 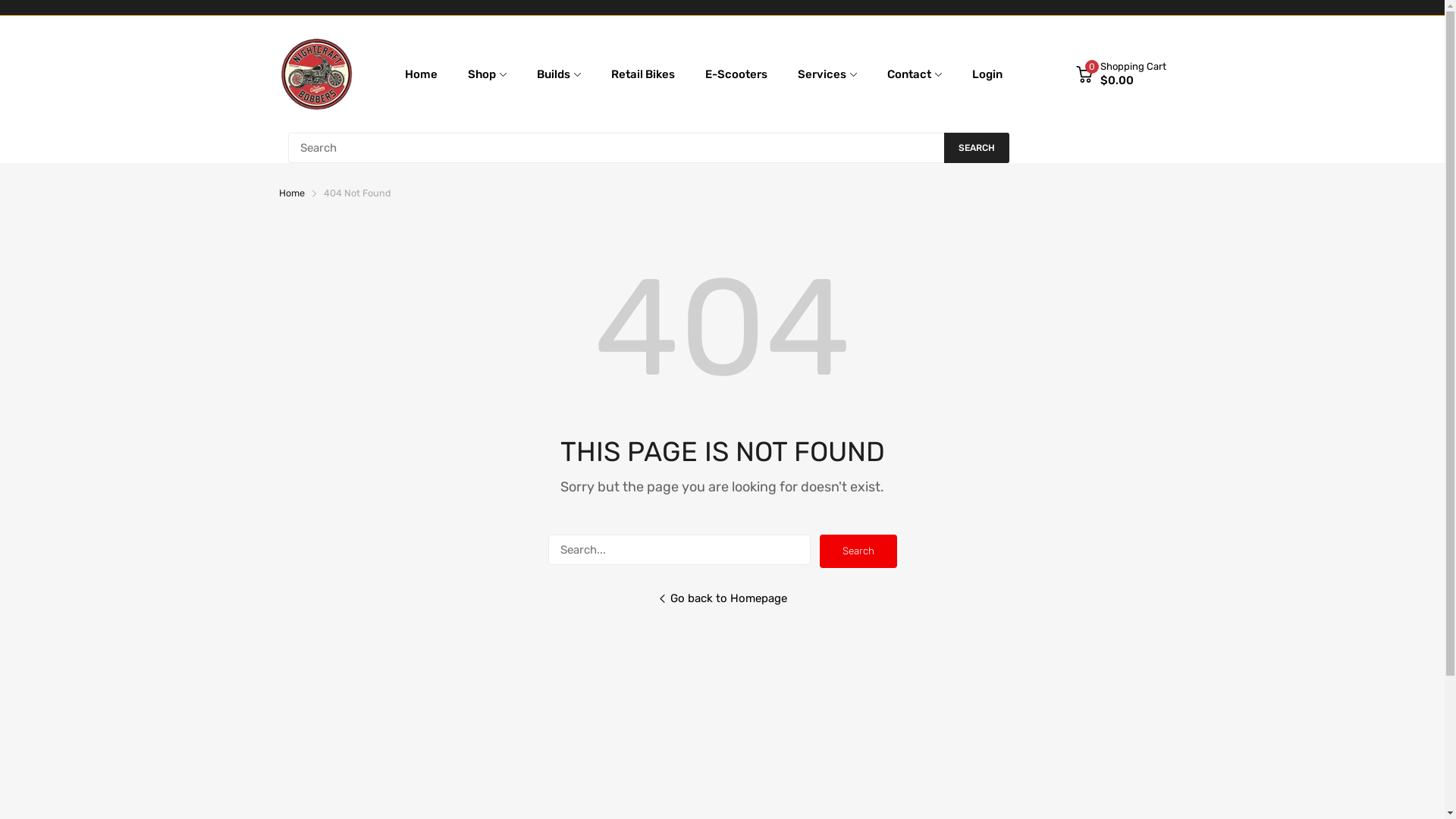 What do you see at coordinates (975, 148) in the screenshot?
I see `'SEARCH'` at bounding box center [975, 148].